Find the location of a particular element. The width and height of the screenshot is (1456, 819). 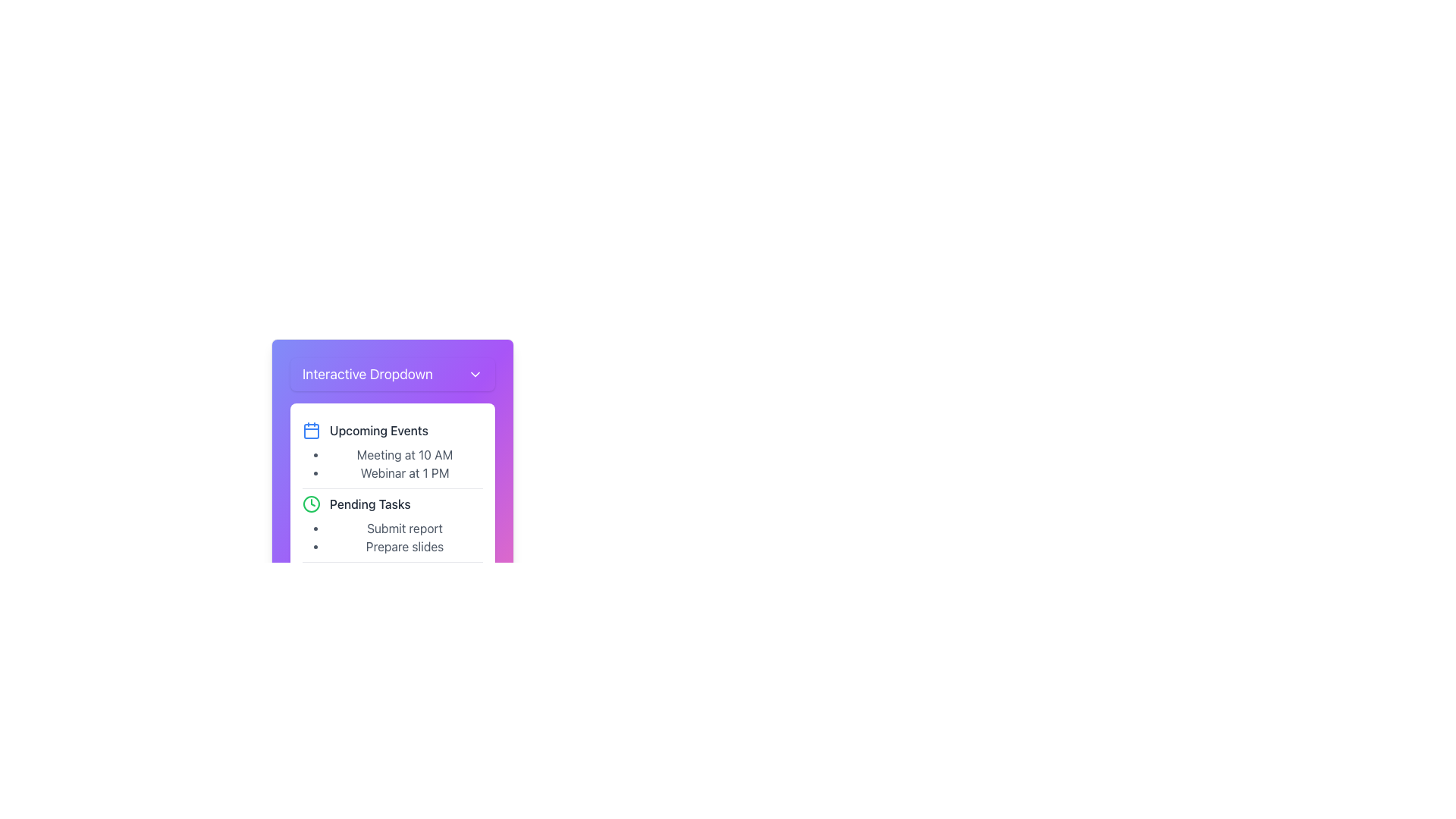

text of the list item displaying 'Prepare slides' in the 'Pending Tasks' section of the 'Interactive Dropdown' card is located at coordinates (404, 547).